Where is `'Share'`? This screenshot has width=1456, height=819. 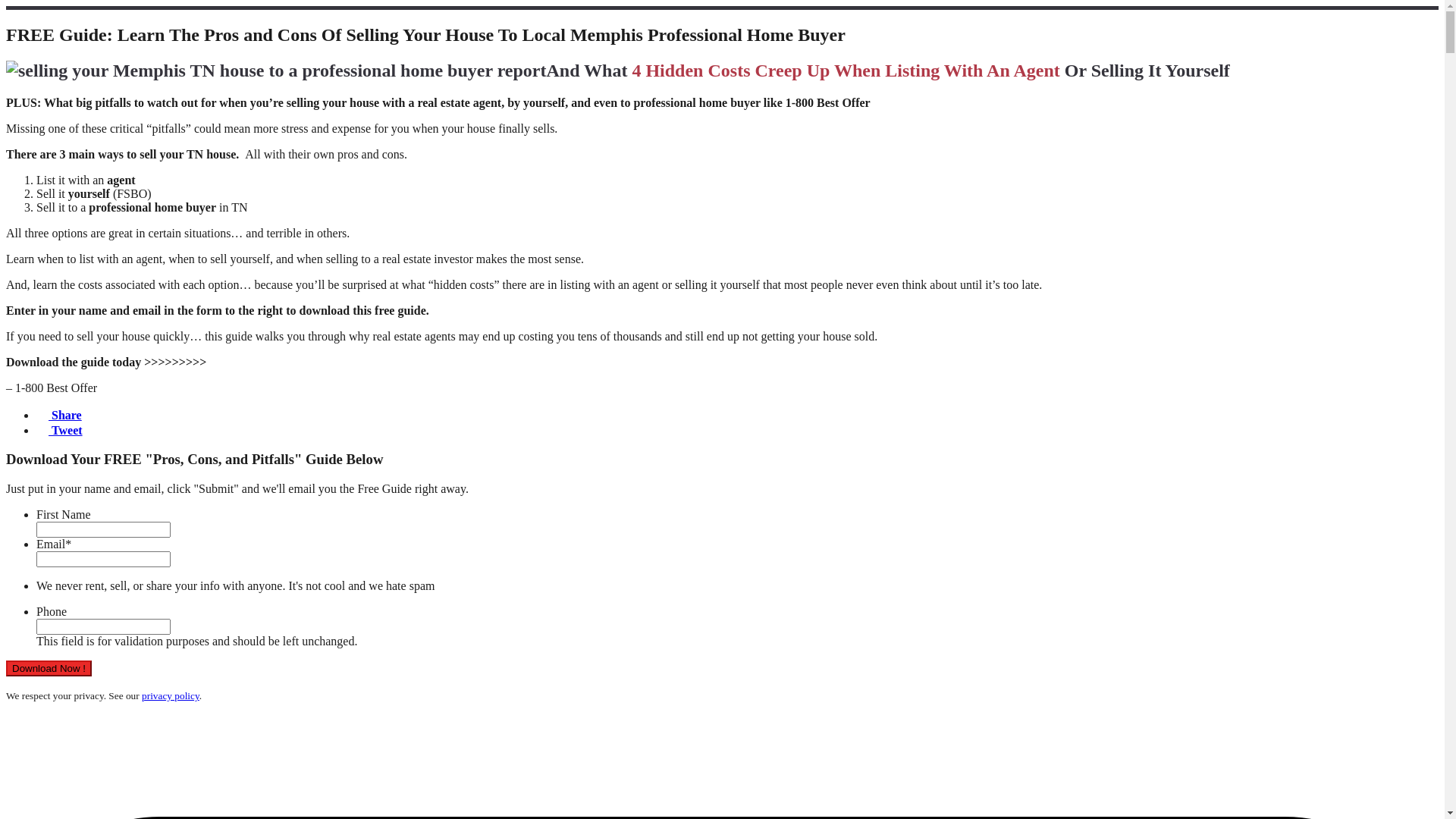 'Share' is located at coordinates (36, 415).